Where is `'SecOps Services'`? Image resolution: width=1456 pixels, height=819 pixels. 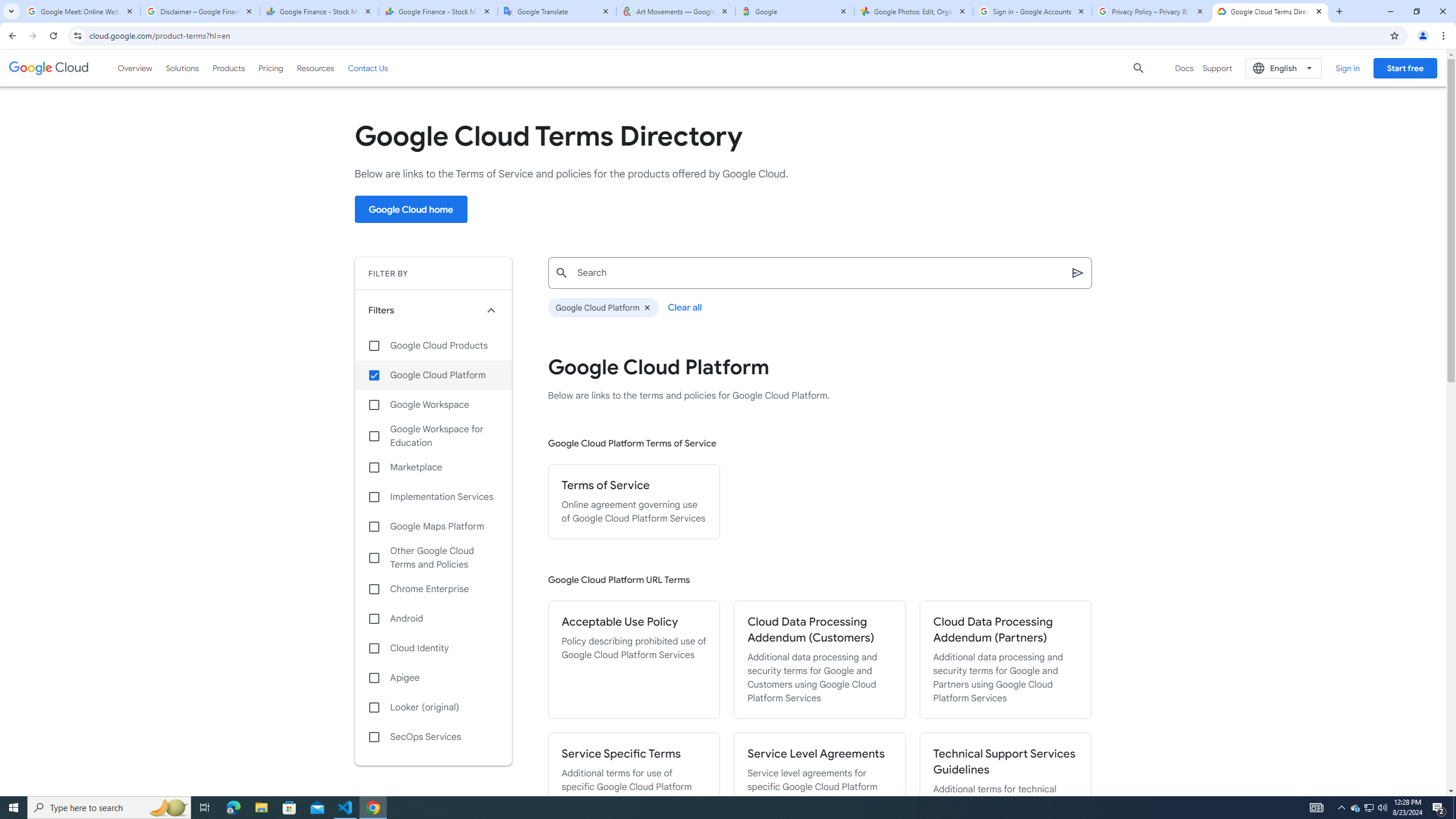 'SecOps Services' is located at coordinates (433, 737).